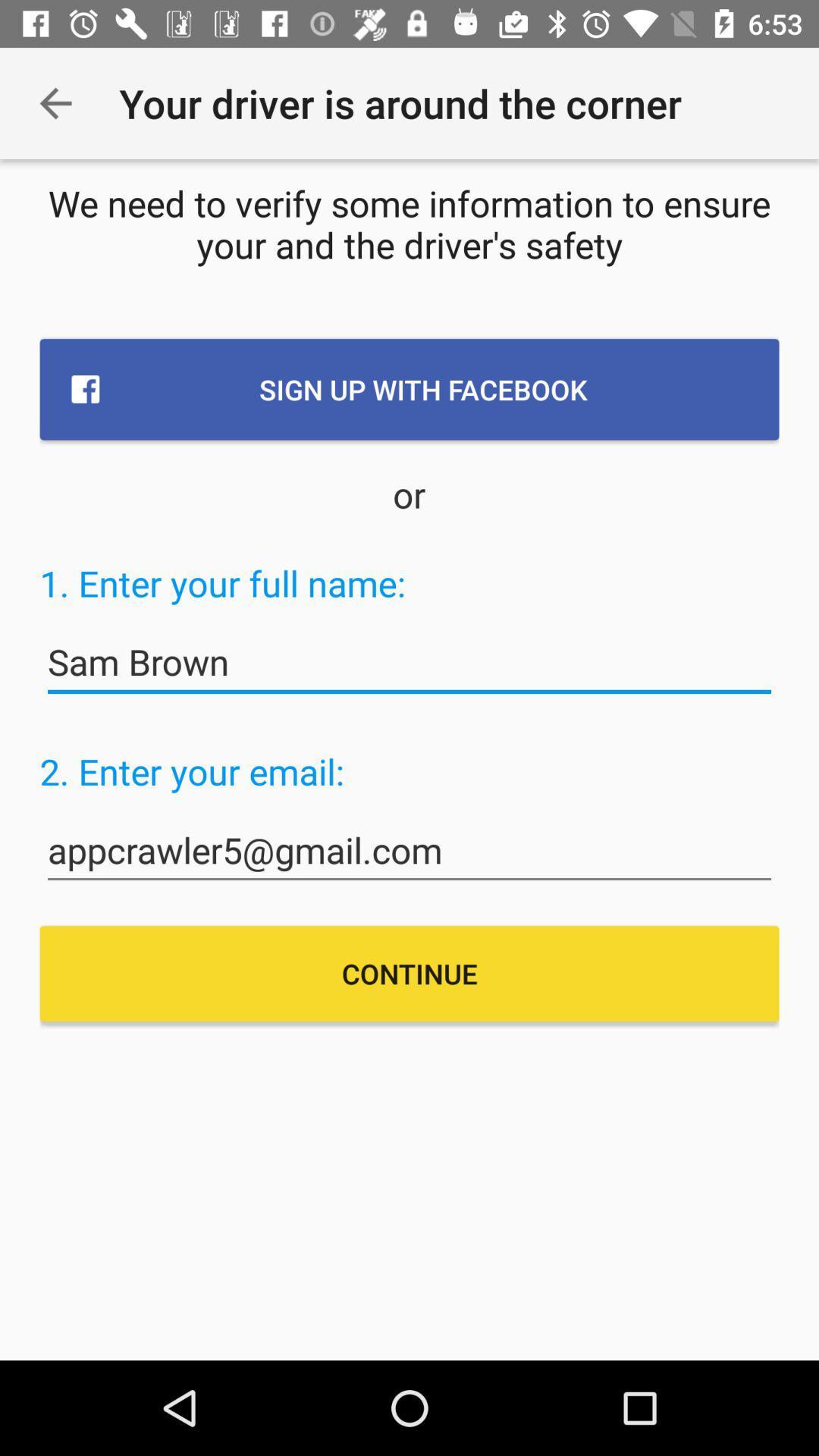  Describe the element at coordinates (409, 662) in the screenshot. I see `the sam brown` at that location.